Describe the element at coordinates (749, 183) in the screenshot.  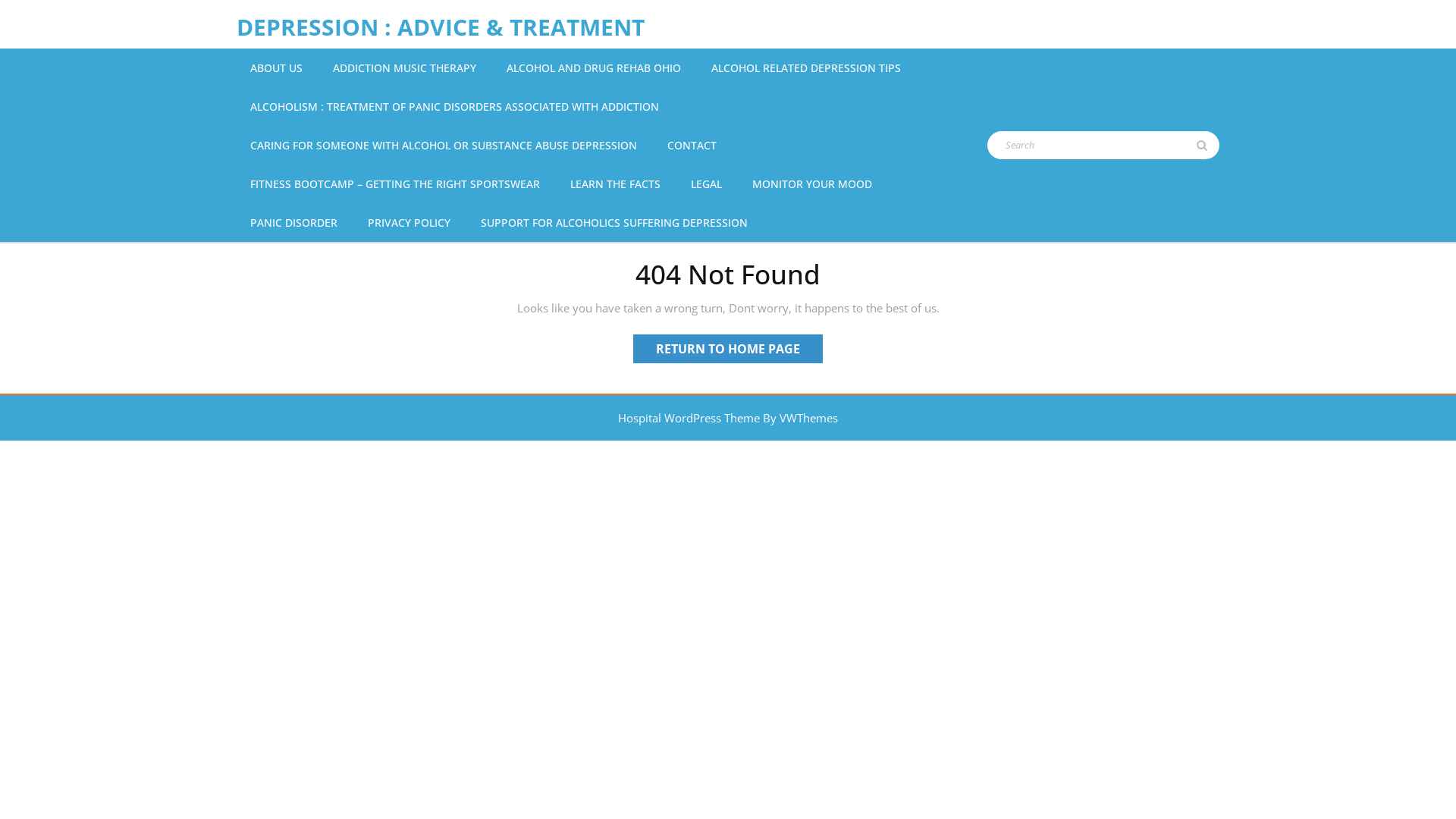
I see `'MONITOR YOUR MOOD'` at that location.